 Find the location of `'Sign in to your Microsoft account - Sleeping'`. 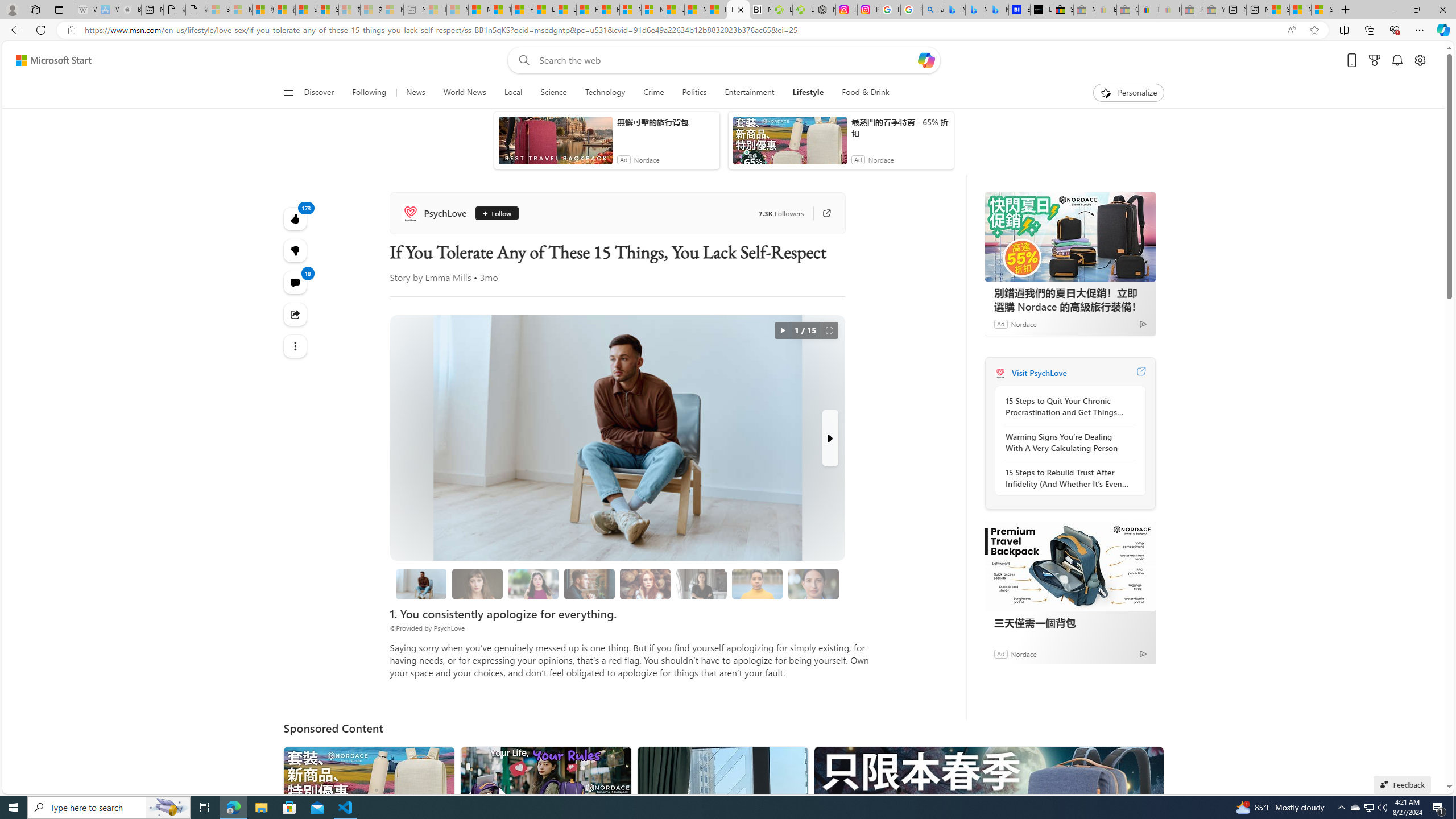

'Sign in to your Microsoft account - Sleeping' is located at coordinates (218, 9).